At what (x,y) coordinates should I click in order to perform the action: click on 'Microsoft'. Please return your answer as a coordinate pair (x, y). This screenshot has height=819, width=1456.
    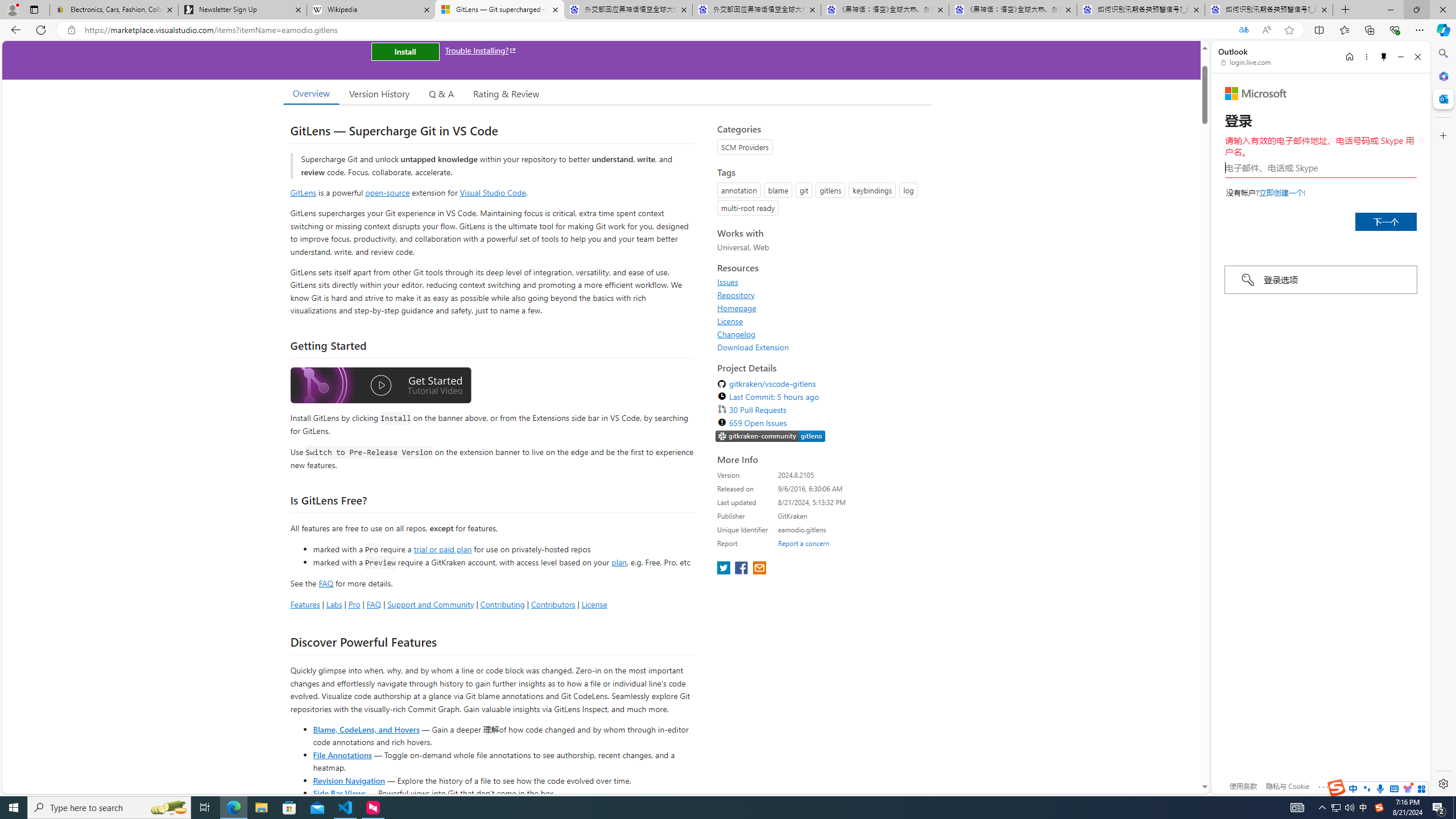
    Looking at the image, I should click on (1256, 93).